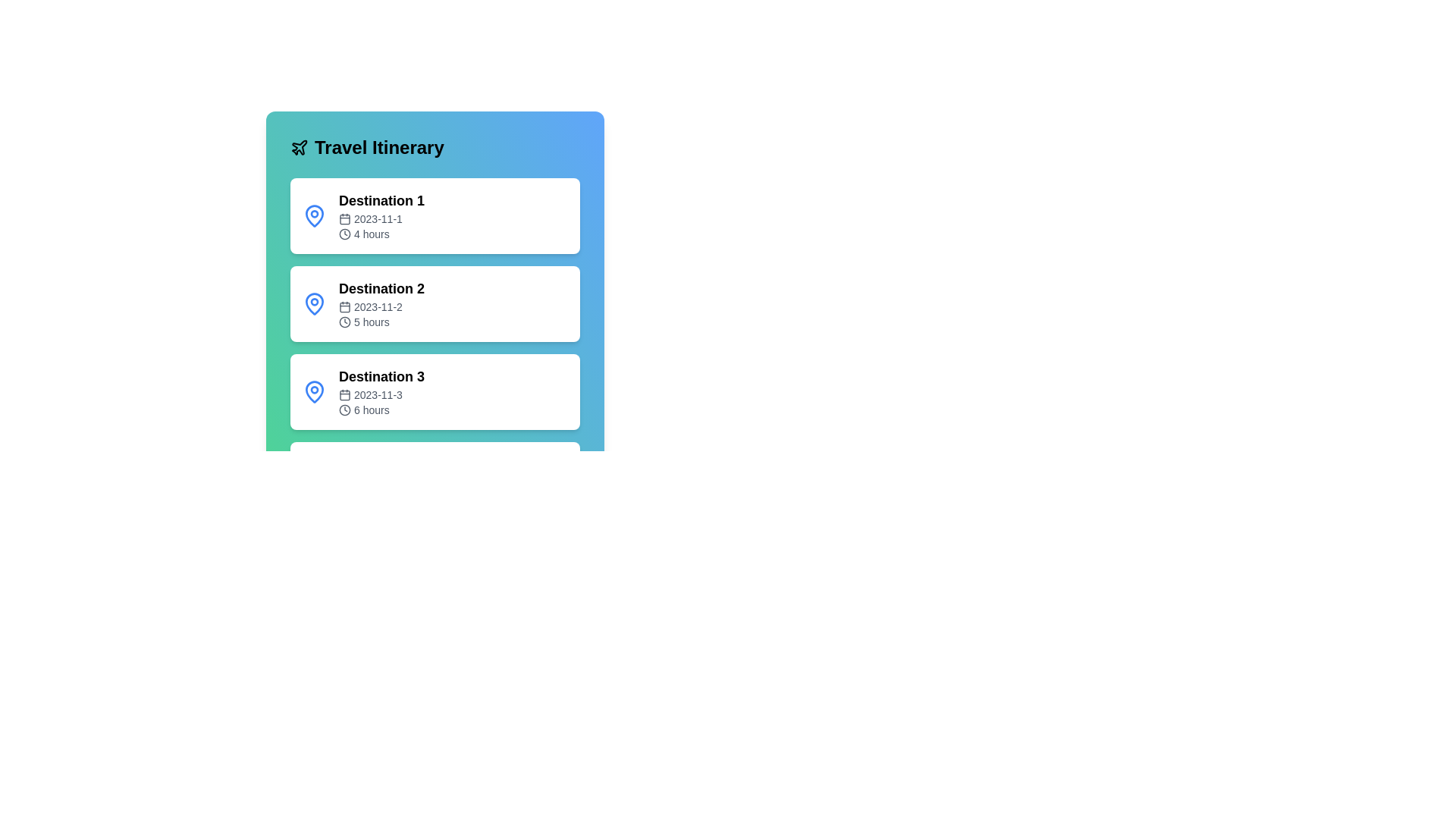 Image resolution: width=1456 pixels, height=819 pixels. What do you see at coordinates (344, 219) in the screenshot?
I see `the calendar icon that represents the date '2023-11-1', located at the top-left of the 'Destination 1' card, next to the text '2023-11-1'` at bounding box center [344, 219].